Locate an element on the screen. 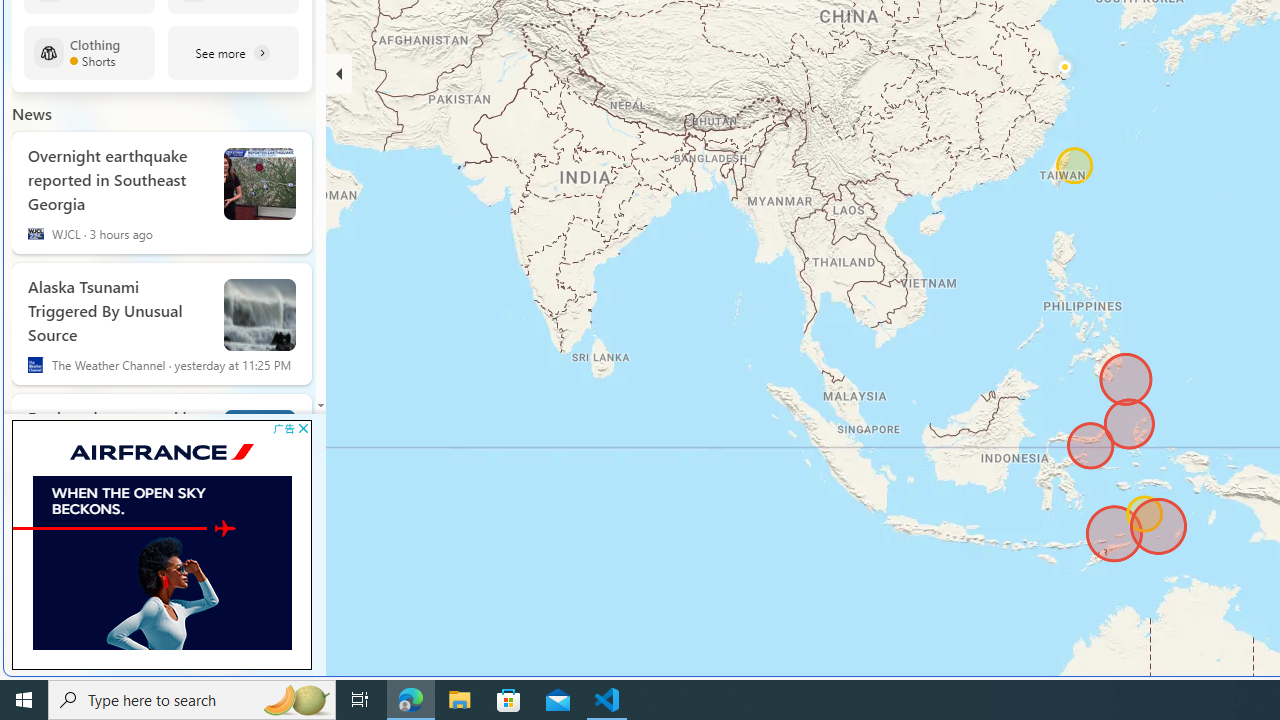 The image size is (1280, 720). 'The Weather Channel' is located at coordinates (35, 365).